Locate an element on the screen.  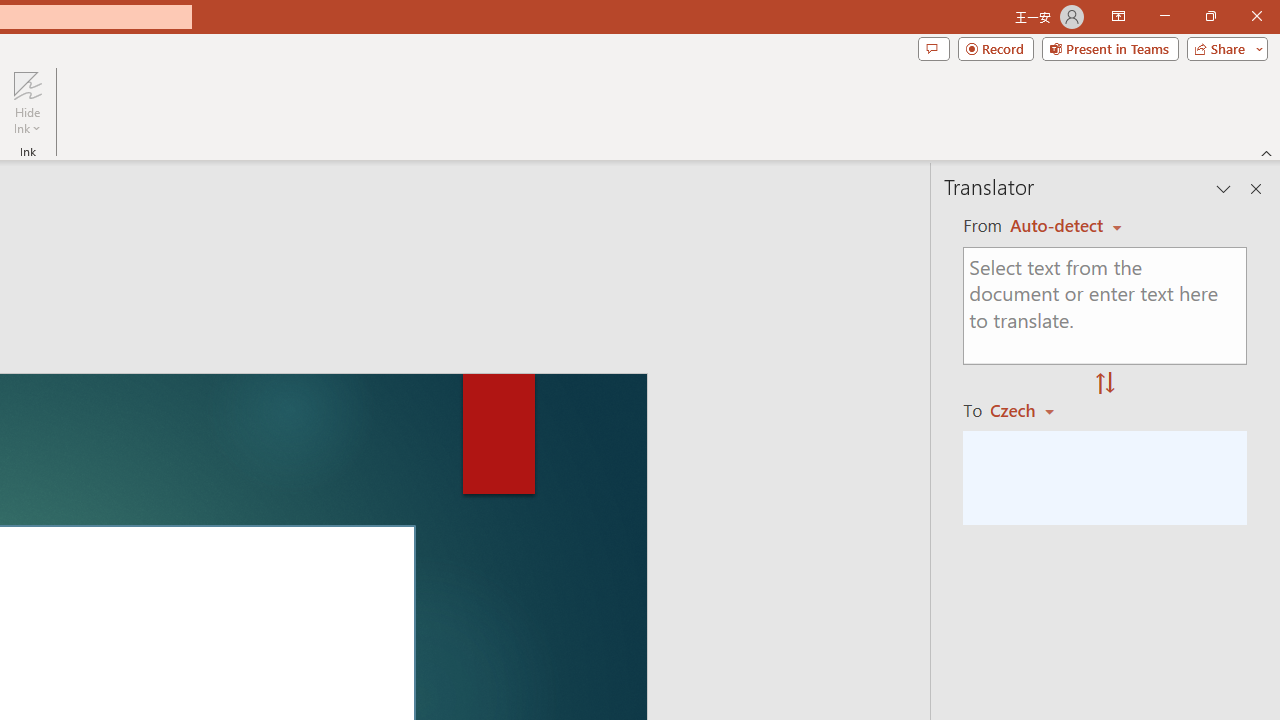
'Hide Ink' is located at coordinates (27, 103).